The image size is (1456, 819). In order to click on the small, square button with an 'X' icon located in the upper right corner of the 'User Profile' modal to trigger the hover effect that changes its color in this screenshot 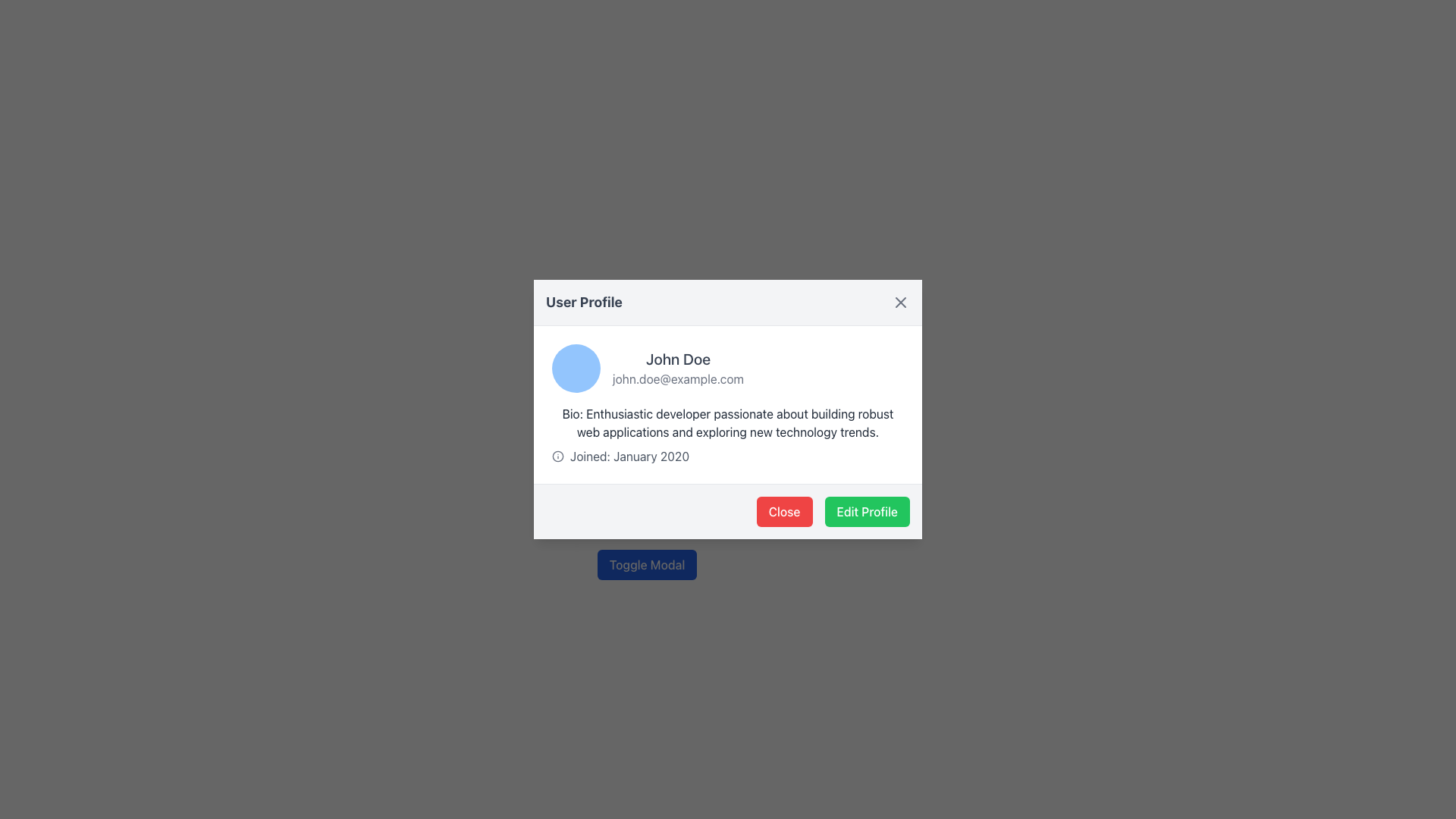, I will do `click(901, 302)`.